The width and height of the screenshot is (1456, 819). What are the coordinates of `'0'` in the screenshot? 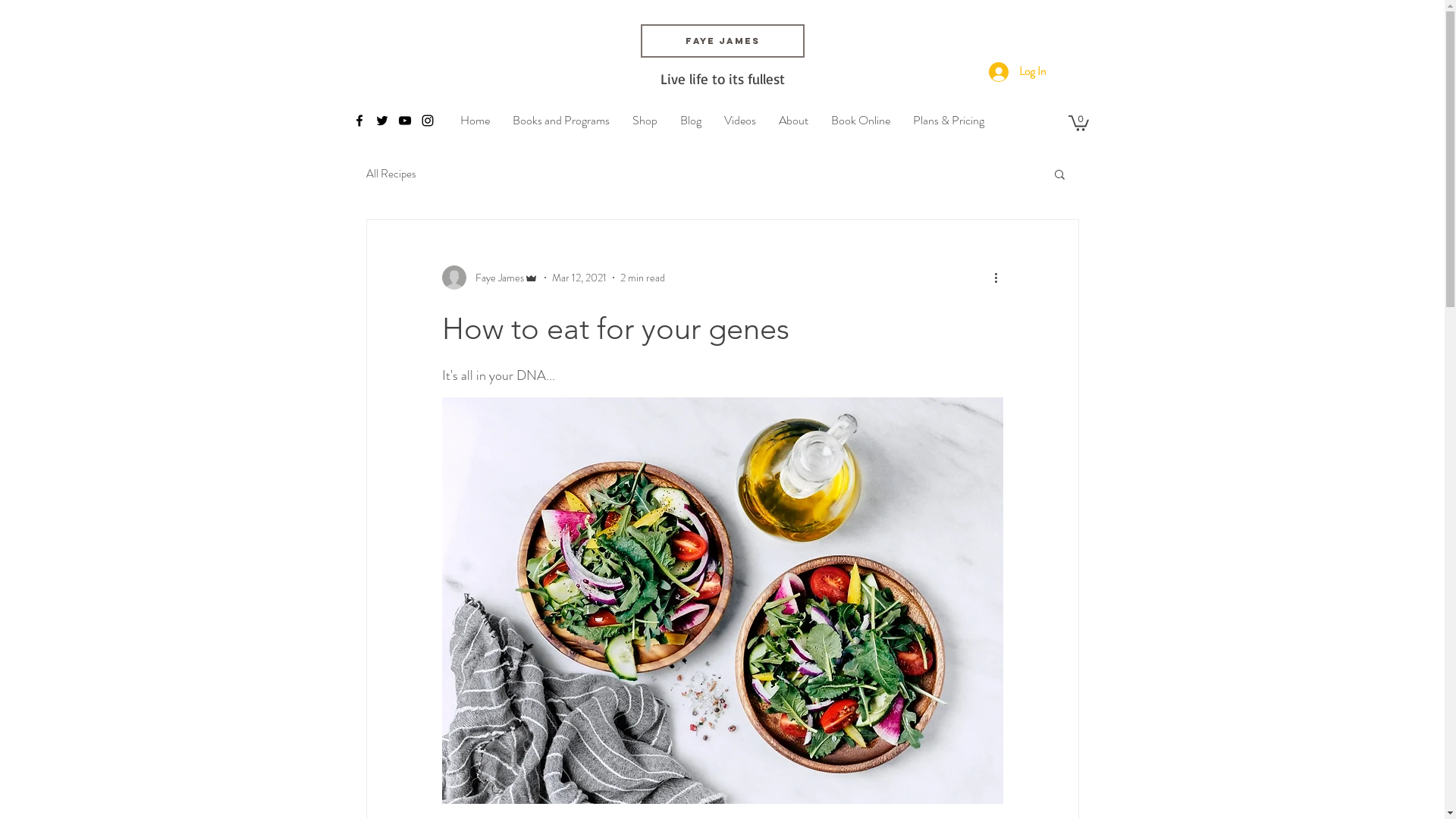 It's located at (1077, 121).